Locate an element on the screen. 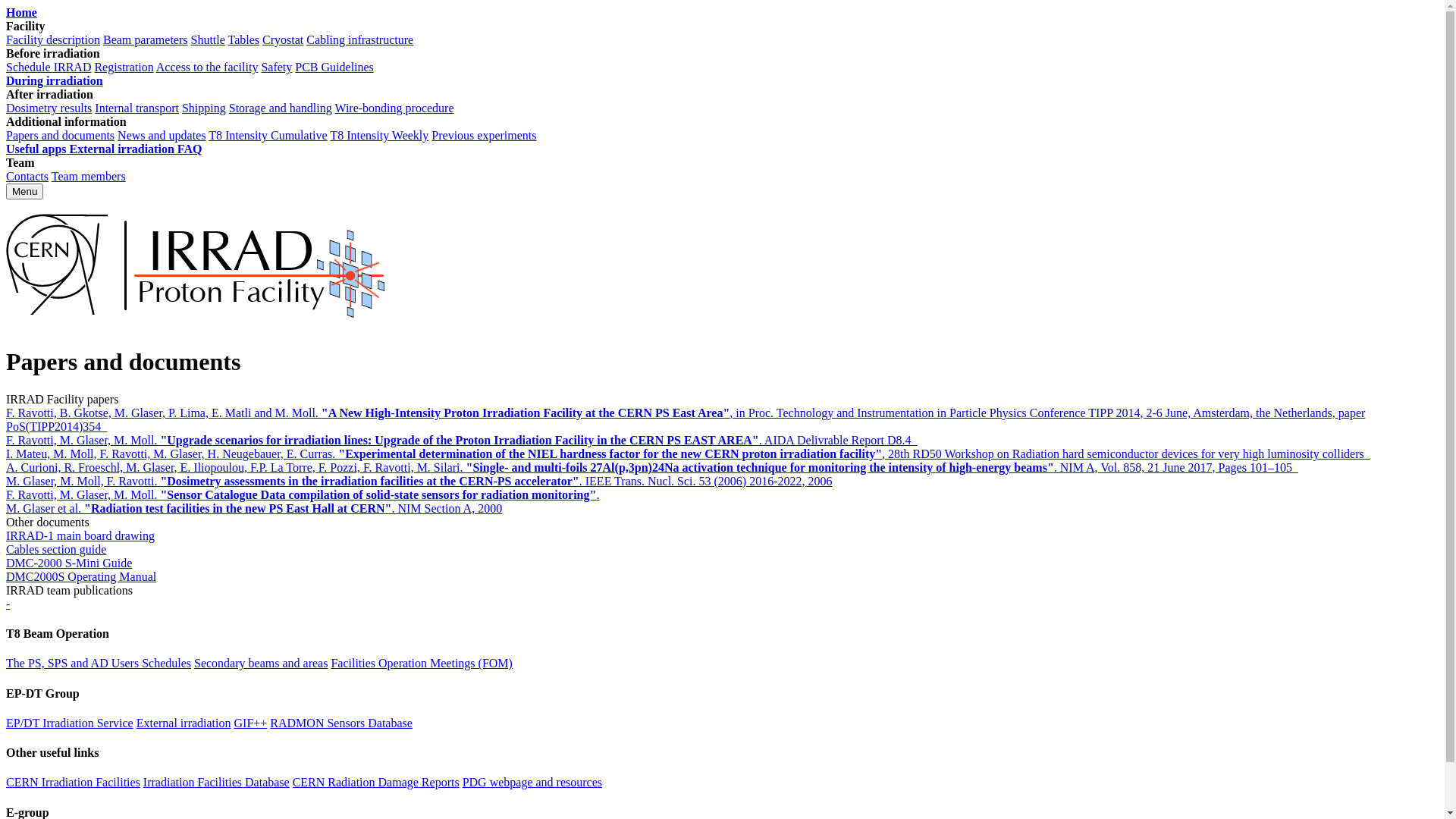 This screenshot has width=1456, height=819. 'Shipping' is located at coordinates (202, 107).